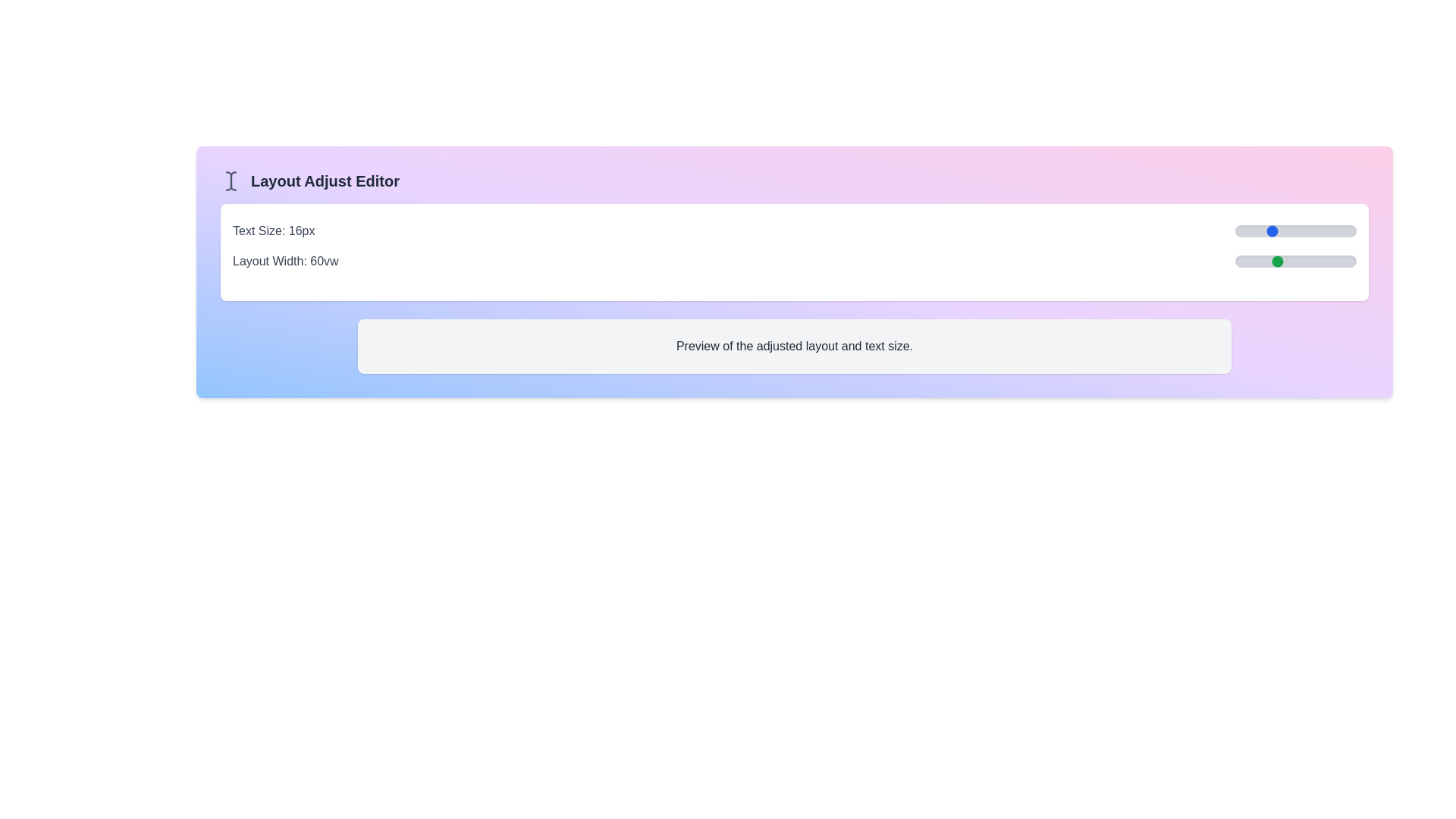 This screenshot has width=1456, height=819. What do you see at coordinates (1275, 260) in the screenshot?
I see `the layout width` at bounding box center [1275, 260].